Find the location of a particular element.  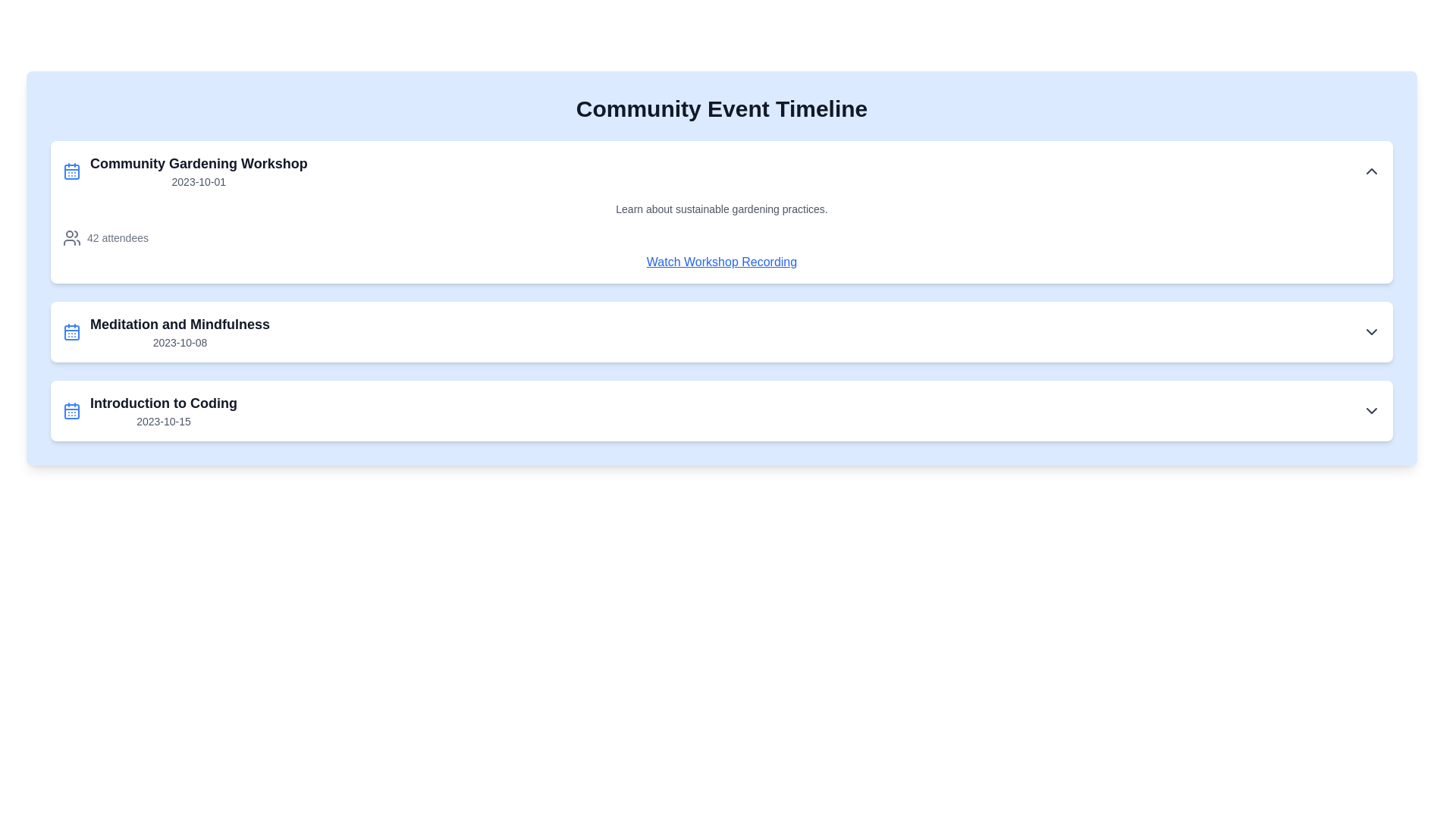

the informational card for the 'Meditation and Mindfulness' event, which is the second card in the 'Community Event Timeline' section is located at coordinates (720, 331).